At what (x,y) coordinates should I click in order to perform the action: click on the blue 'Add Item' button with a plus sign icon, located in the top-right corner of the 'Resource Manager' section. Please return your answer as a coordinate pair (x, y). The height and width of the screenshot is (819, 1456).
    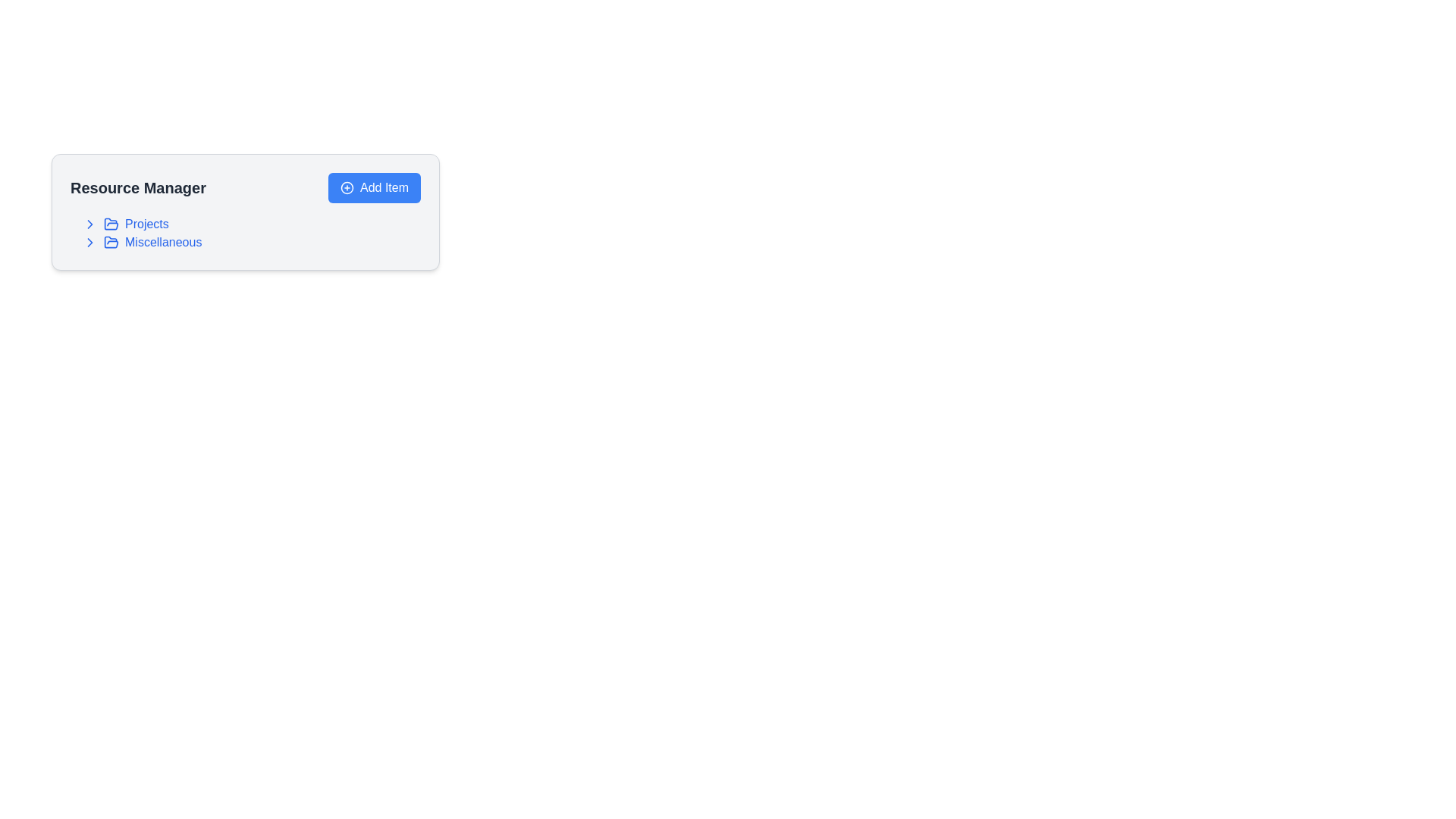
    Looking at the image, I should click on (375, 187).